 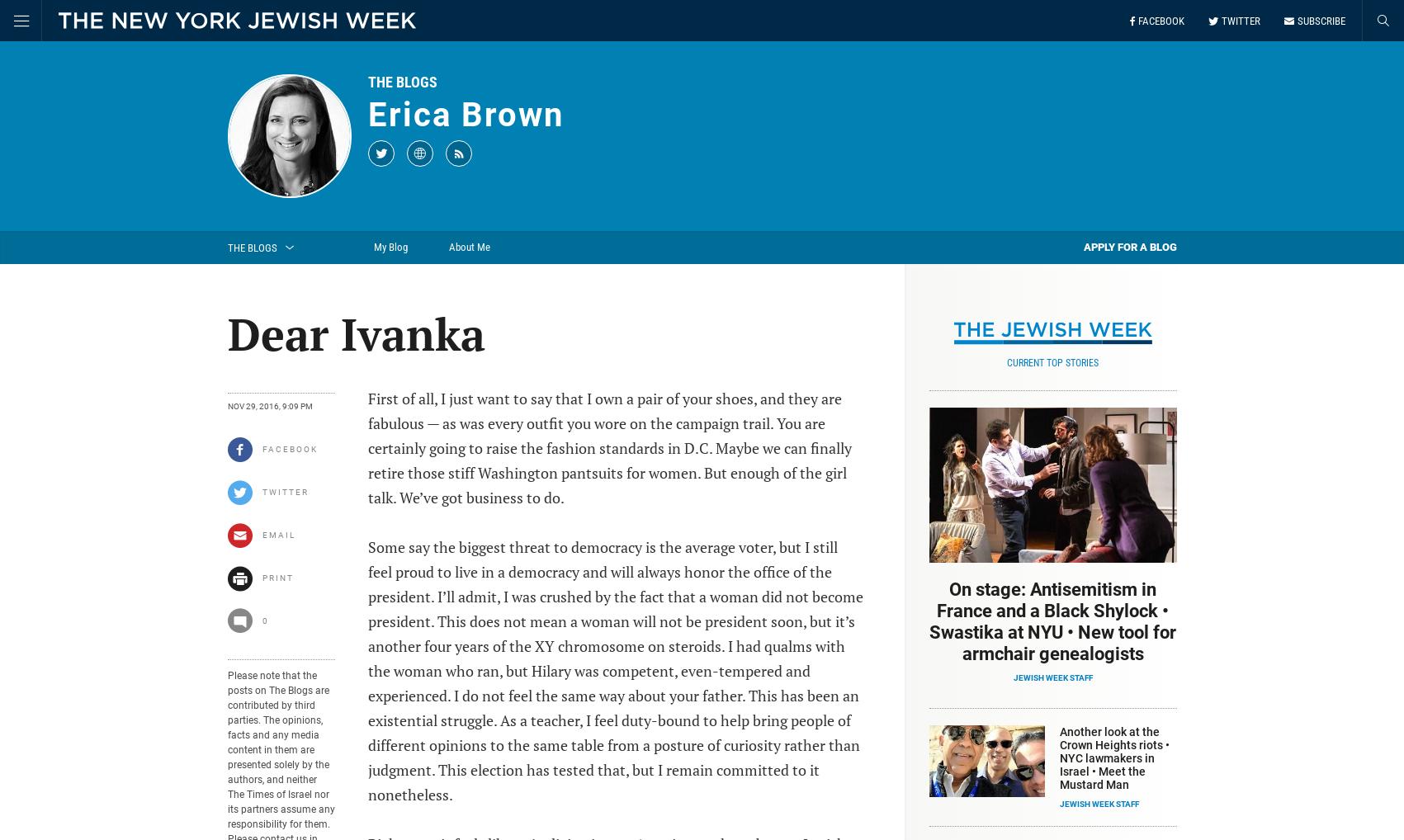 I want to click on 'email', so click(x=277, y=534).